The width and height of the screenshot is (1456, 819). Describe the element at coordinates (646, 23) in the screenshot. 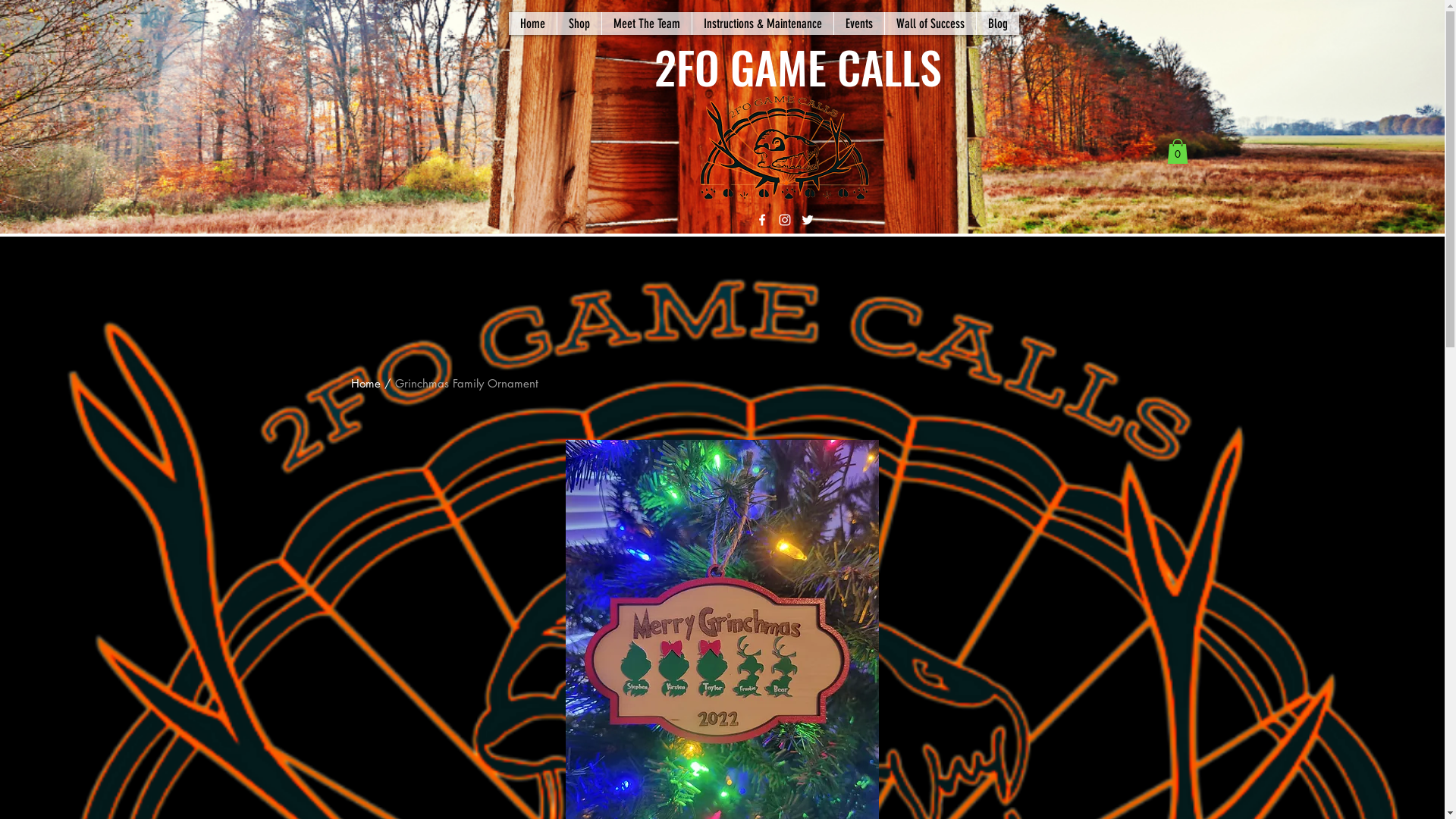

I see `'Meet The Team'` at that location.